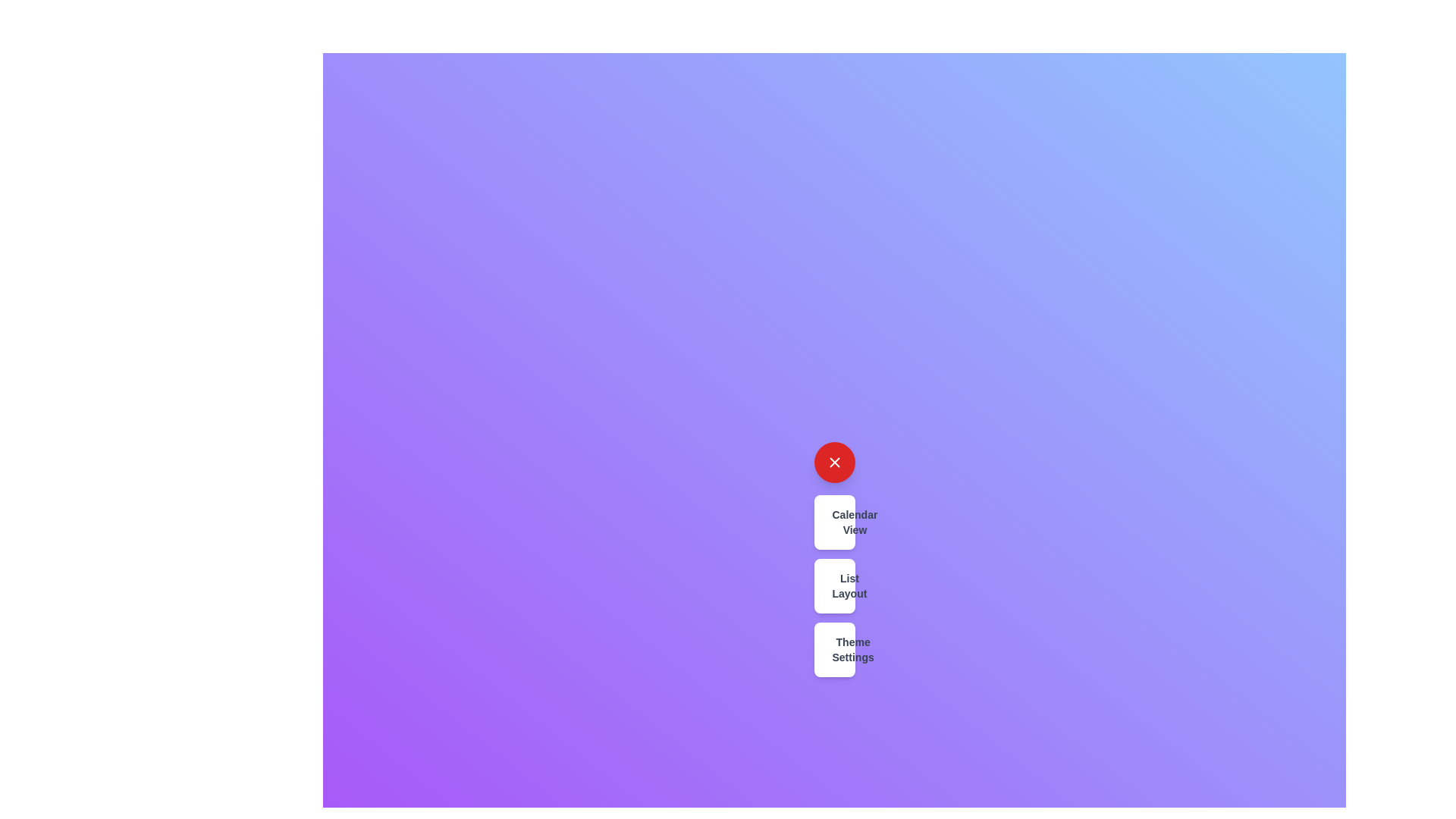  I want to click on the 'List Layout' button, so click(833, 585).